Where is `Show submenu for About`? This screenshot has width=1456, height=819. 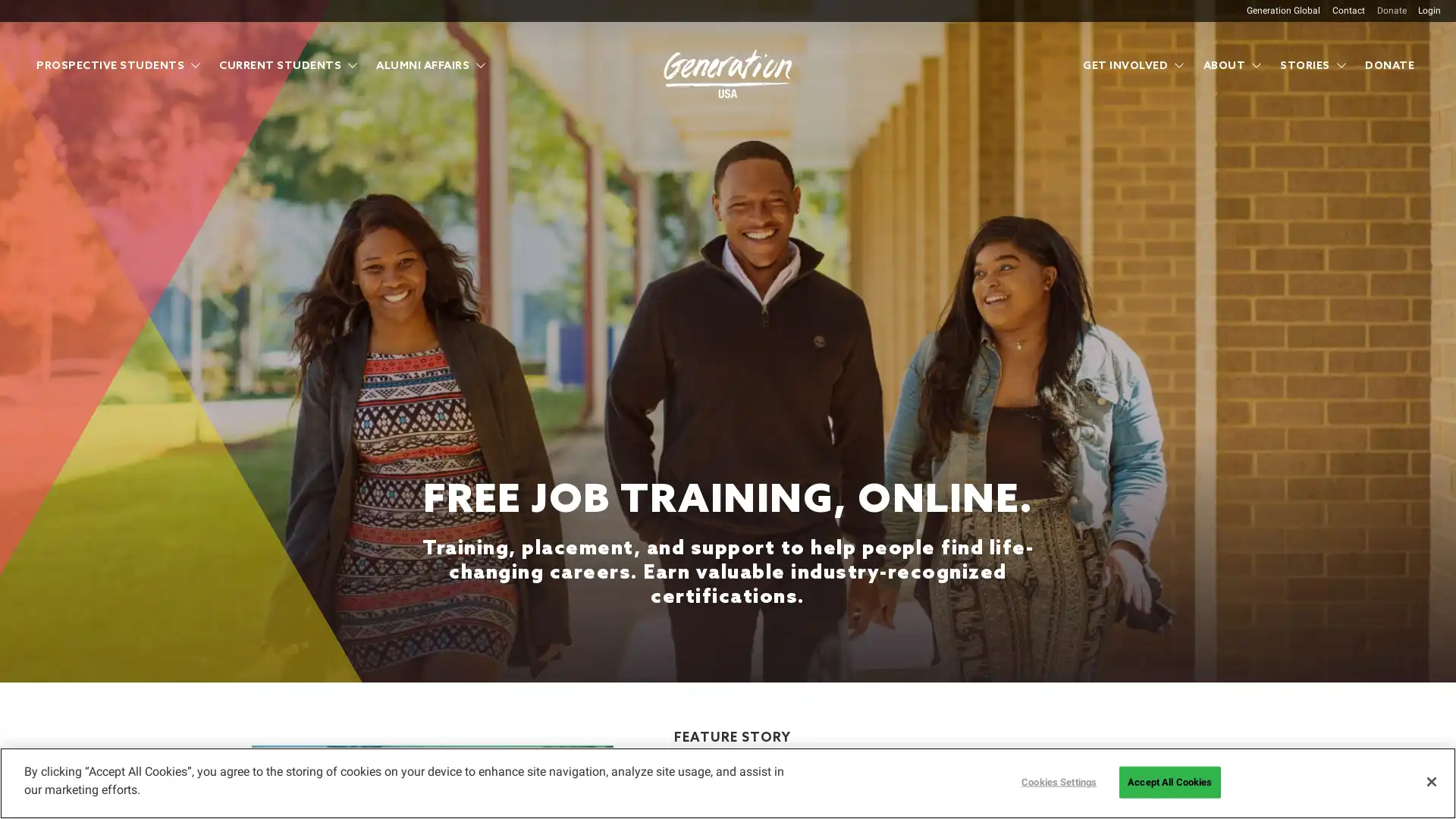
Show submenu for About is located at coordinates (1256, 64).